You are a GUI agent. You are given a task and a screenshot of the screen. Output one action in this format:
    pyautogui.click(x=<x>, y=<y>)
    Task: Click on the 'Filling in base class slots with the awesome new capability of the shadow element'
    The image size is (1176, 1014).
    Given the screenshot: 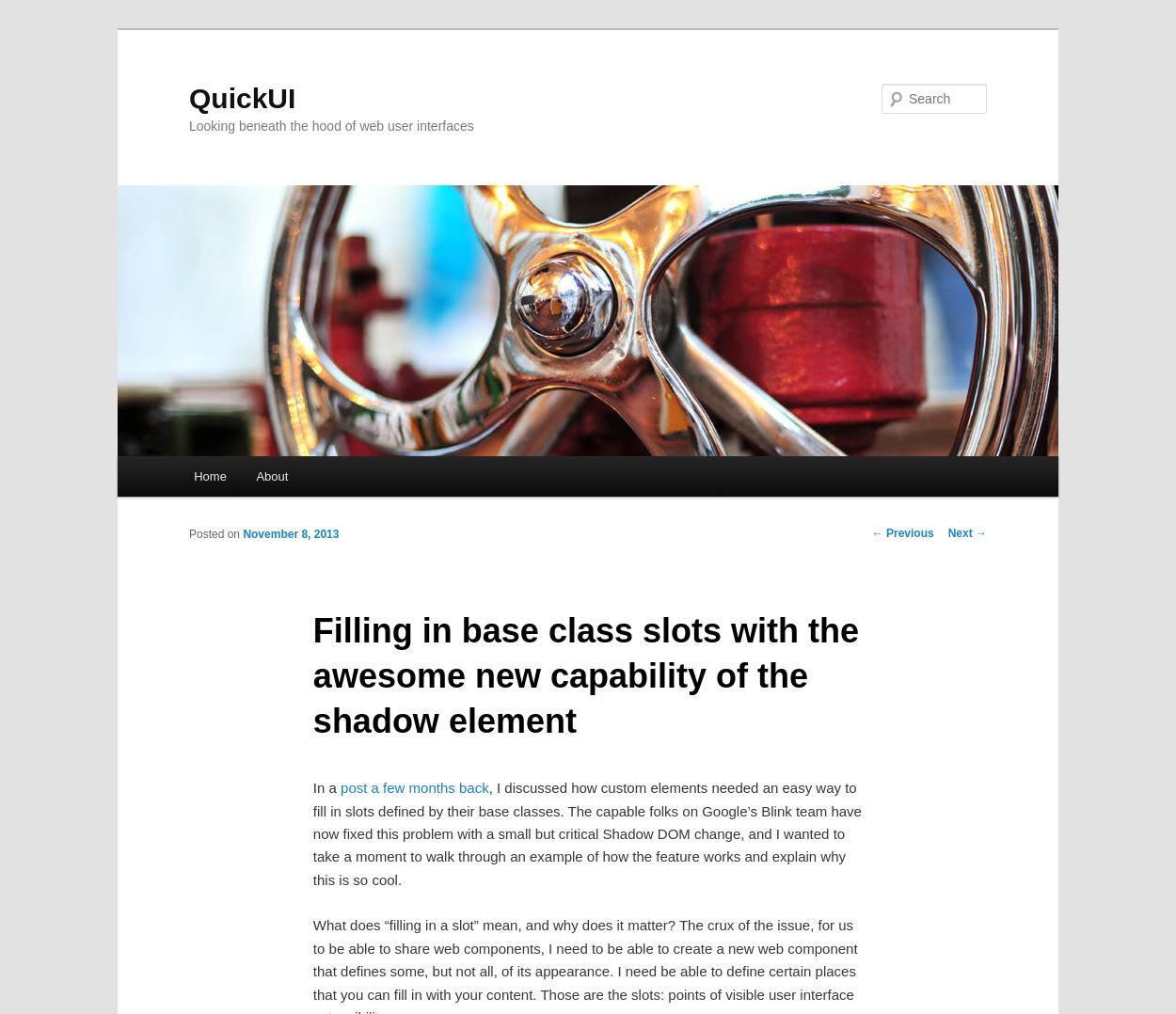 What is the action you would take?
    pyautogui.click(x=584, y=673)
    